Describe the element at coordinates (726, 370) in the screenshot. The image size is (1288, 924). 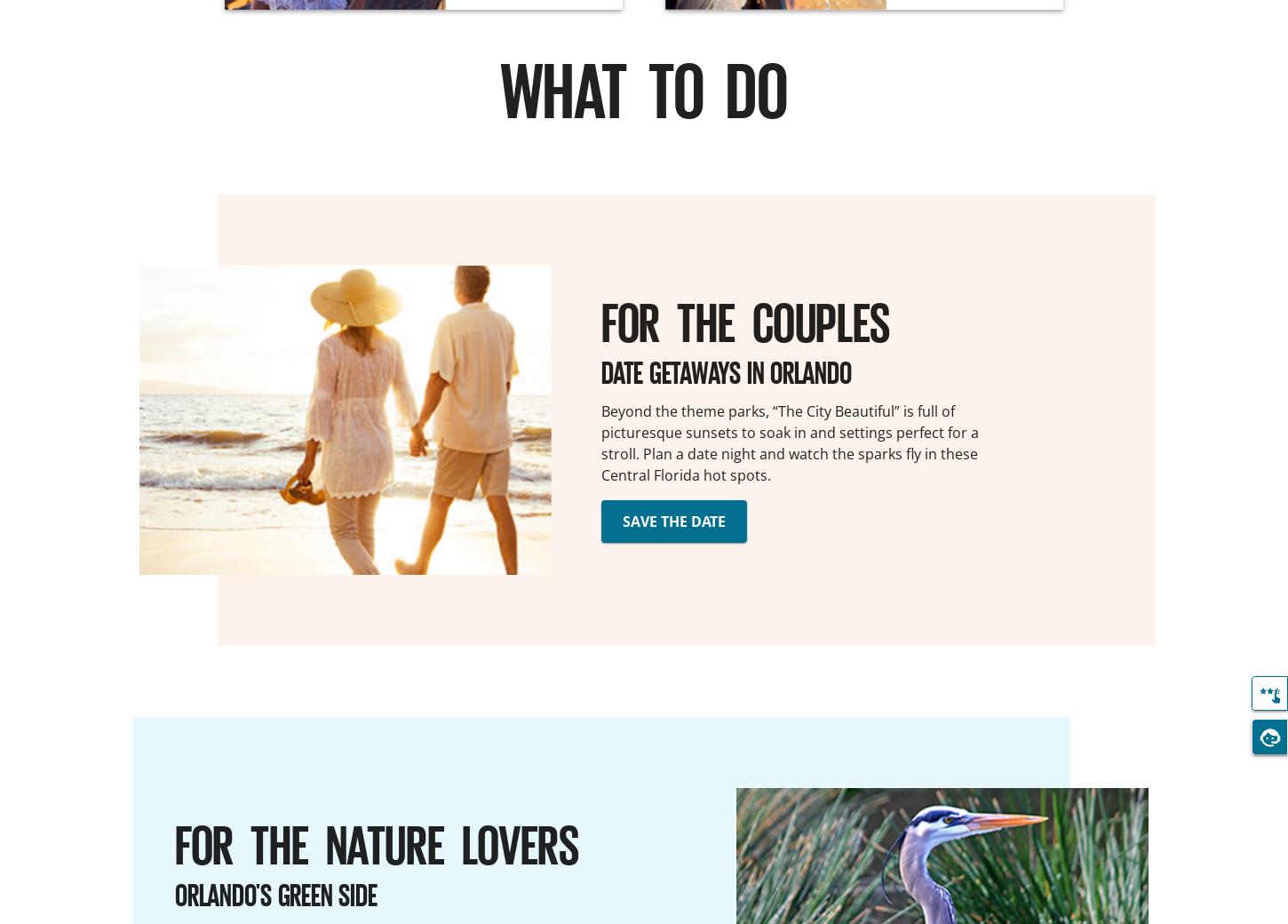
I see `'Date Getaways in Orlando'` at that location.